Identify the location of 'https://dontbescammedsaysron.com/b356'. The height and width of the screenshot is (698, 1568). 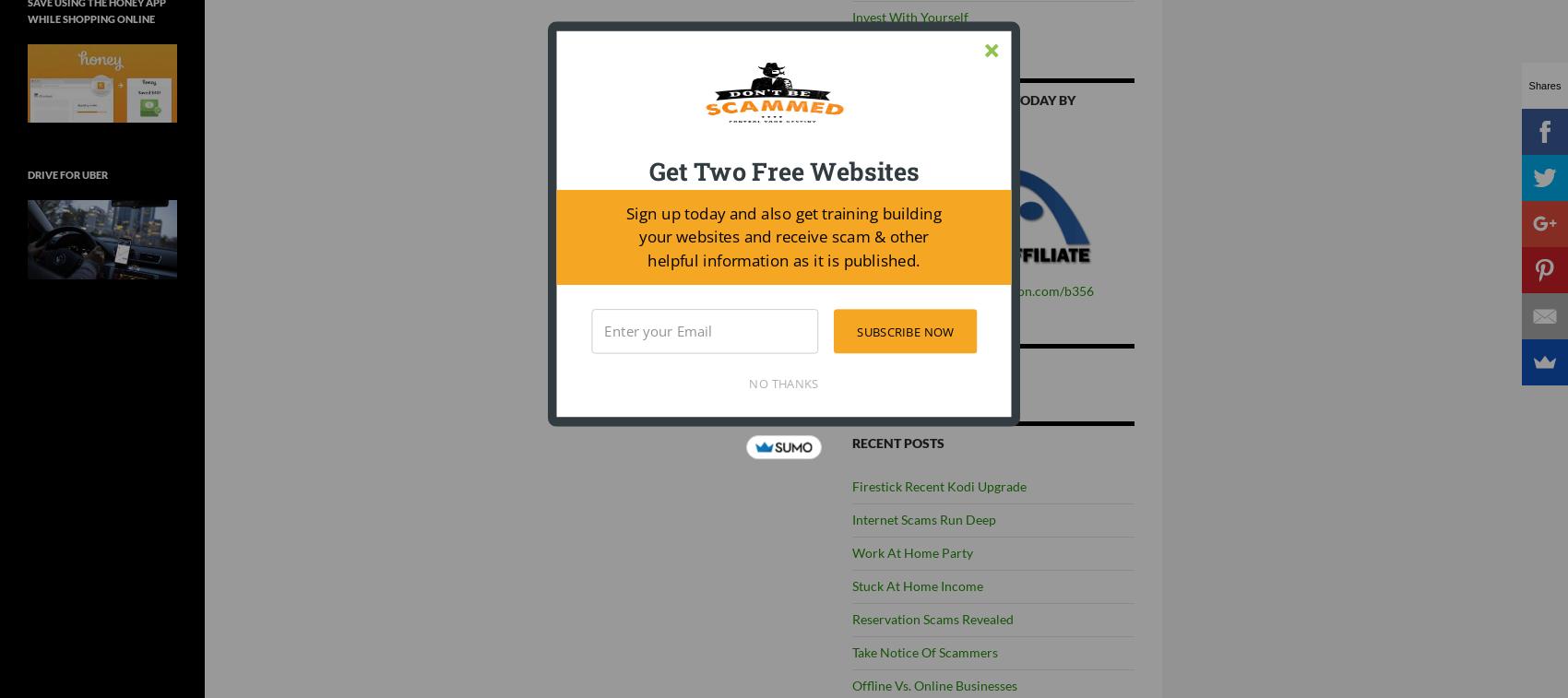
(972, 290).